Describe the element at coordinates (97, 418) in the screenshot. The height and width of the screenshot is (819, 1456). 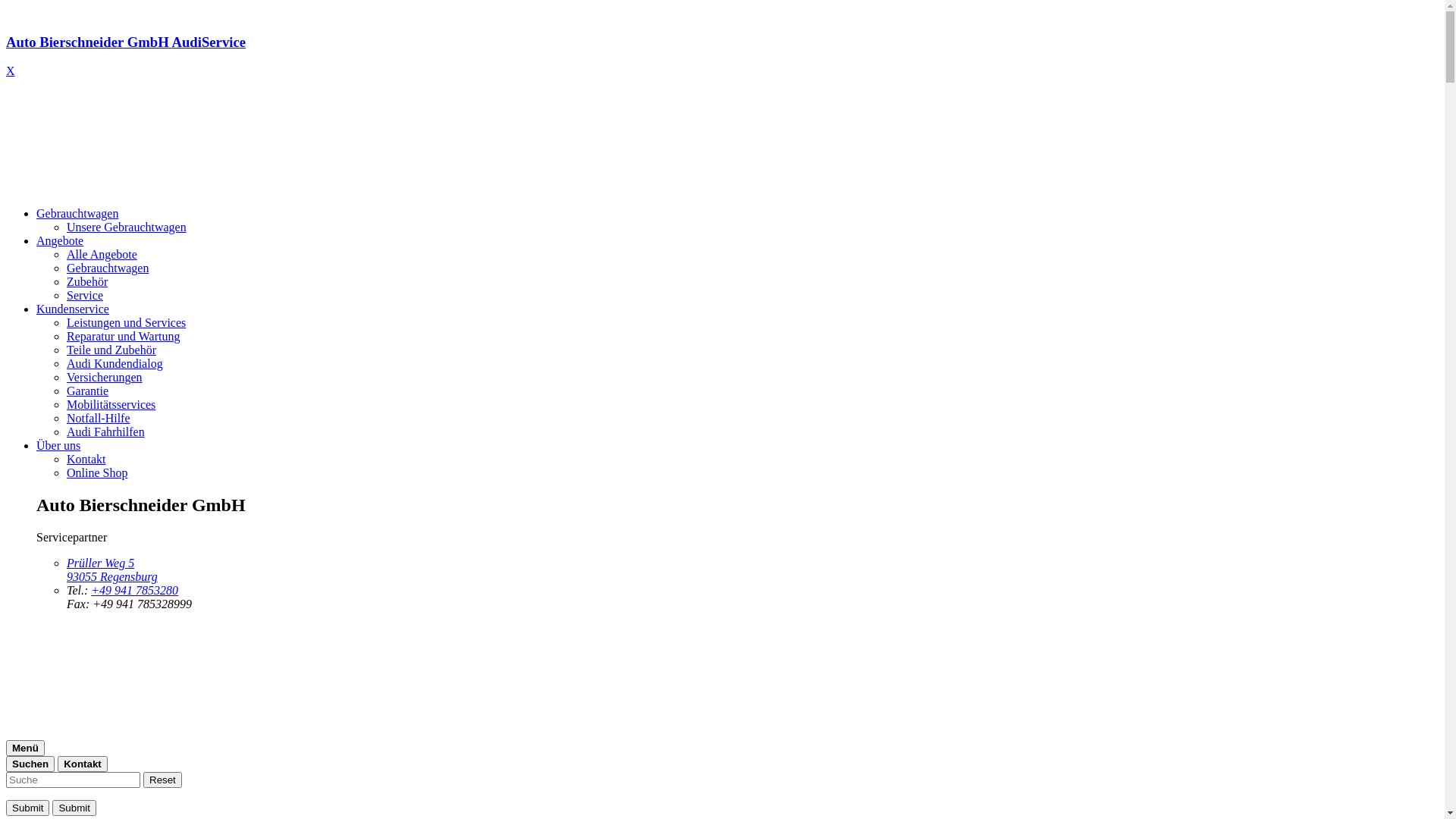
I see `'Notfall-Hilfe'` at that location.